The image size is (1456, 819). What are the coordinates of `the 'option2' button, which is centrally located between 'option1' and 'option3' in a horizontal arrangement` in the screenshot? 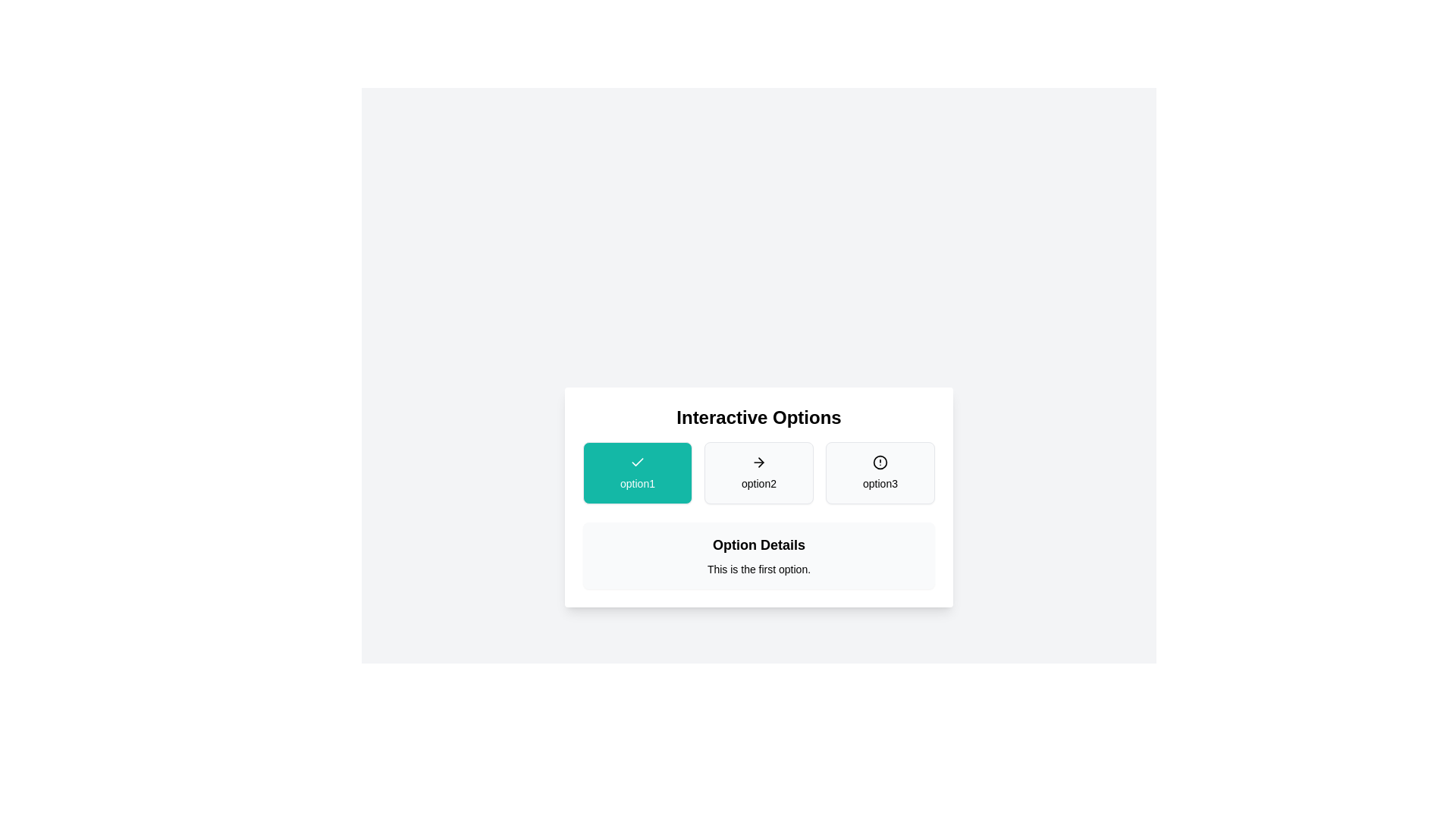 It's located at (759, 472).